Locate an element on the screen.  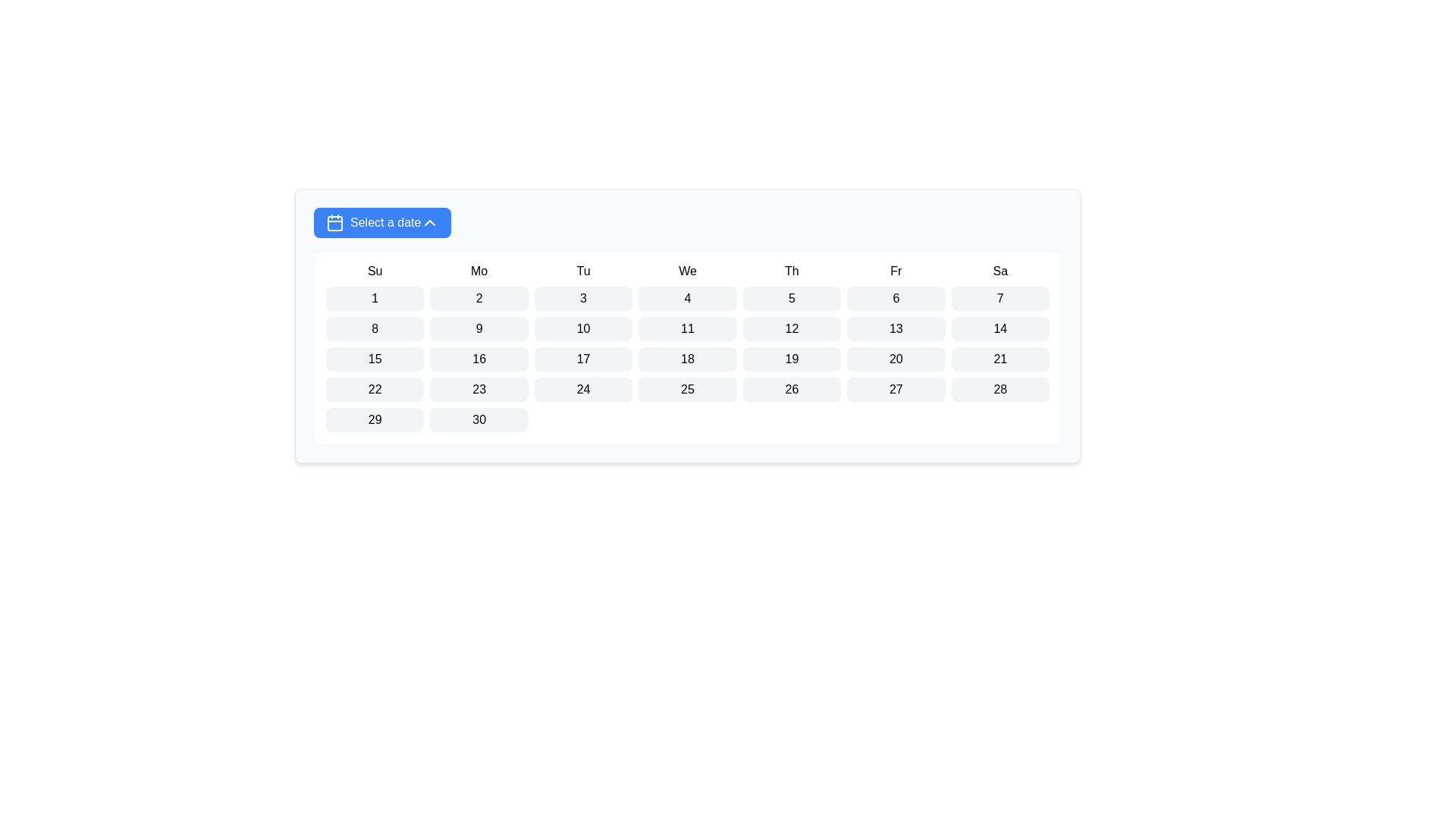
the button displaying the number '2' with a light gray background located in the second column of the first row of date buttons is located at coordinates (479, 298).